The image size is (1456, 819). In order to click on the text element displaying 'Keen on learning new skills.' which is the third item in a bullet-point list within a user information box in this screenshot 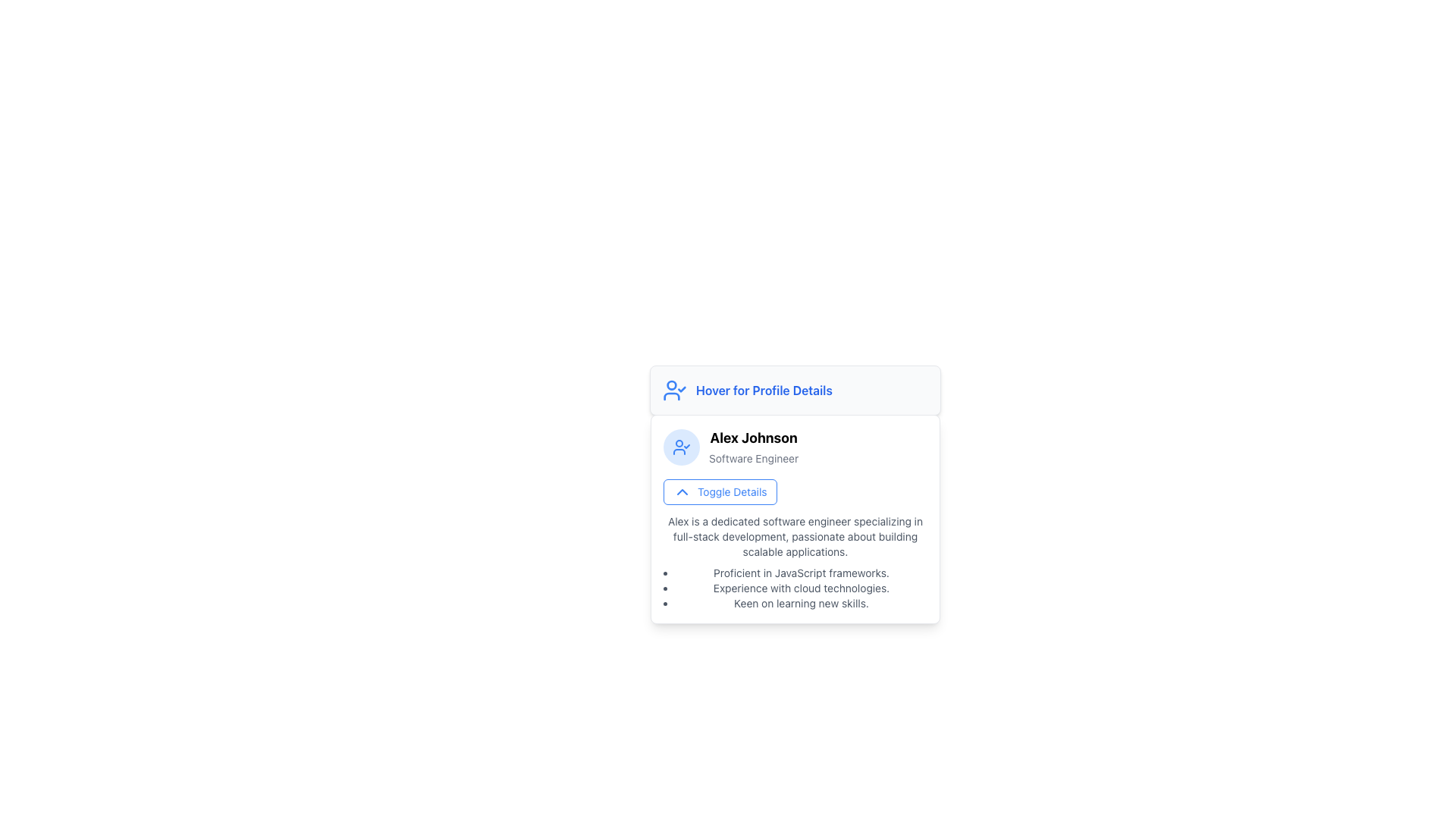, I will do `click(800, 602)`.